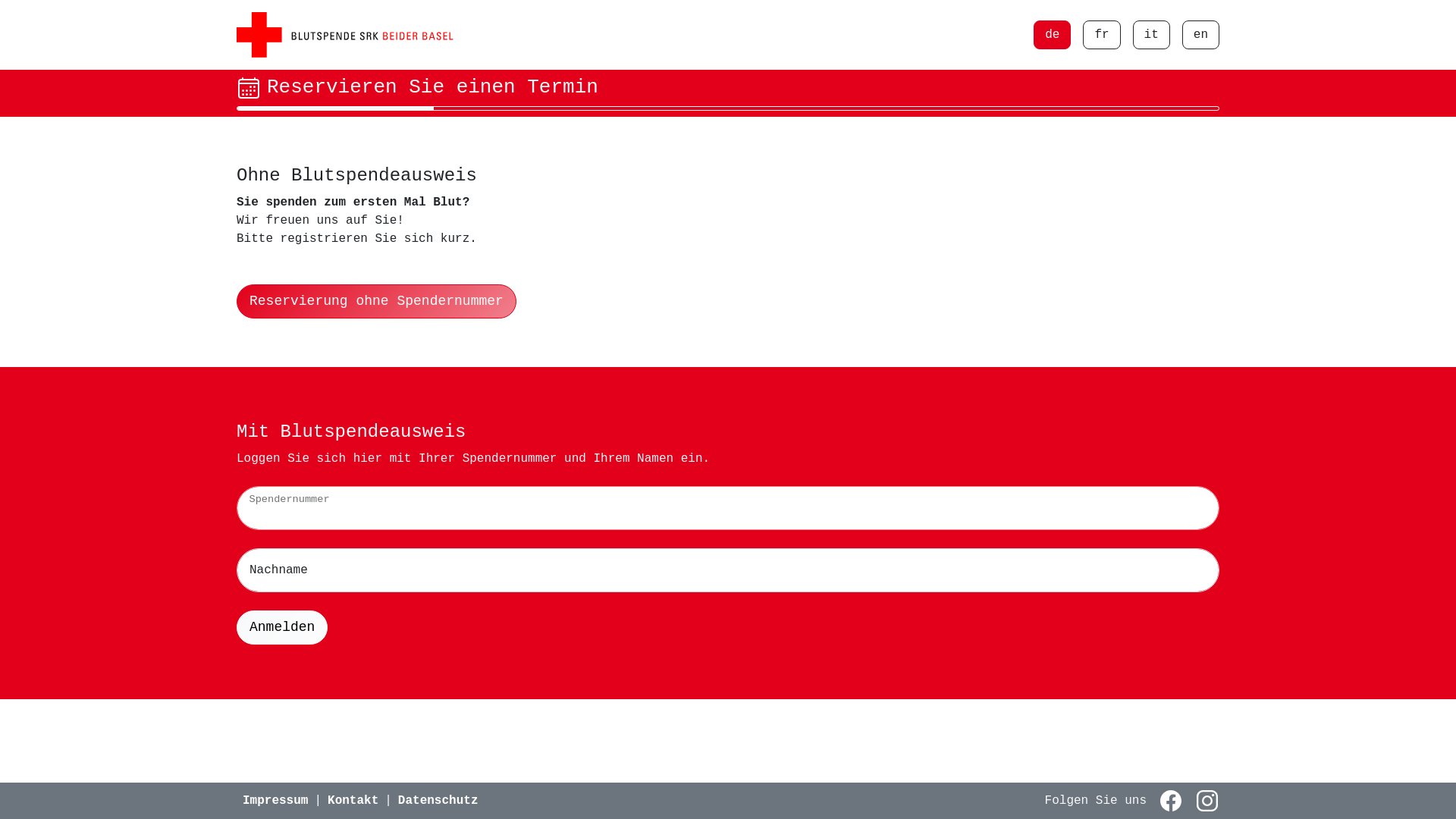  What do you see at coordinates (352, 800) in the screenshot?
I see `'Kontakt'` at bounding box center [352, 800].